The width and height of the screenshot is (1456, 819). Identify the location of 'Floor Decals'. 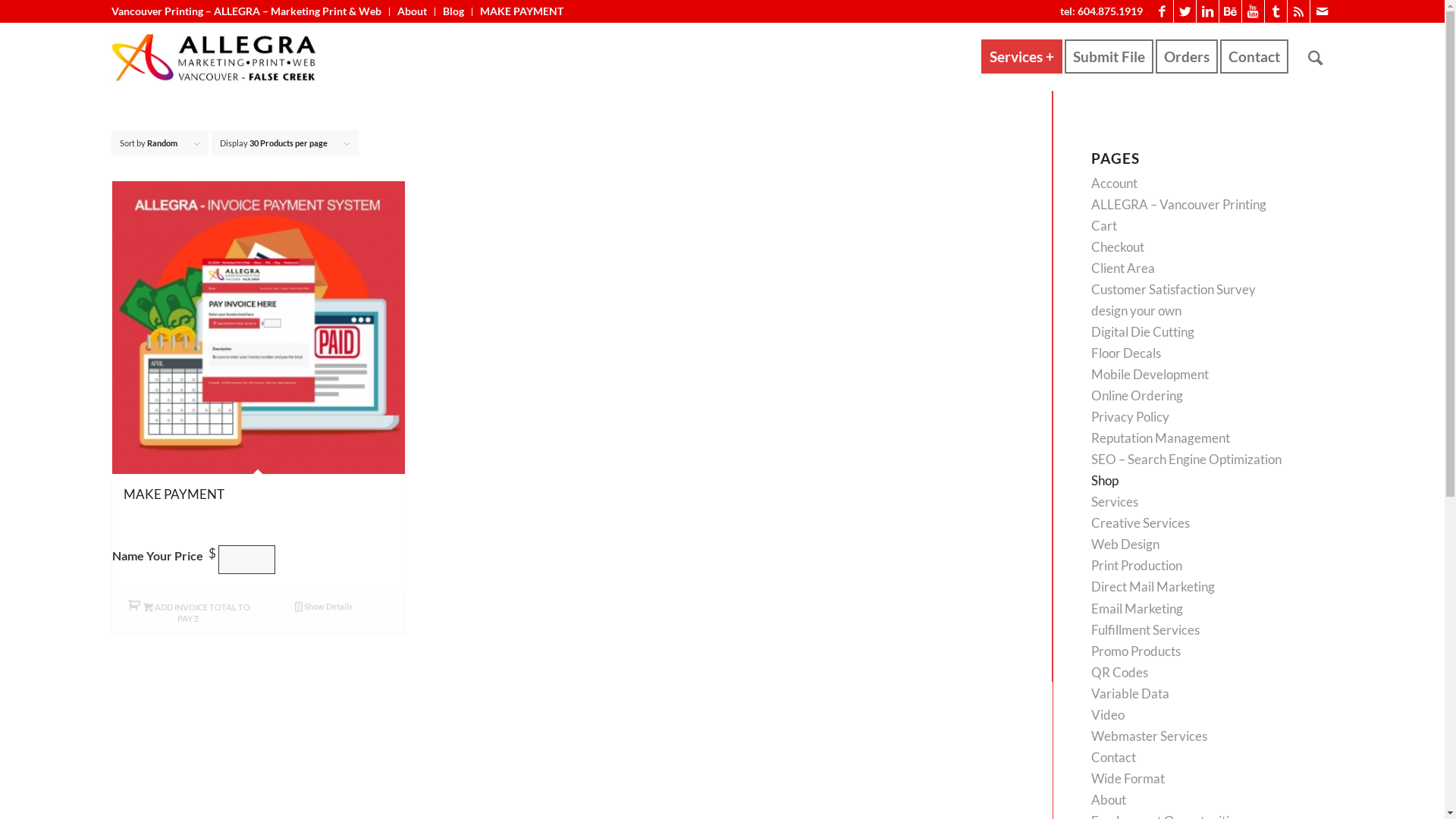
(1090, 353).